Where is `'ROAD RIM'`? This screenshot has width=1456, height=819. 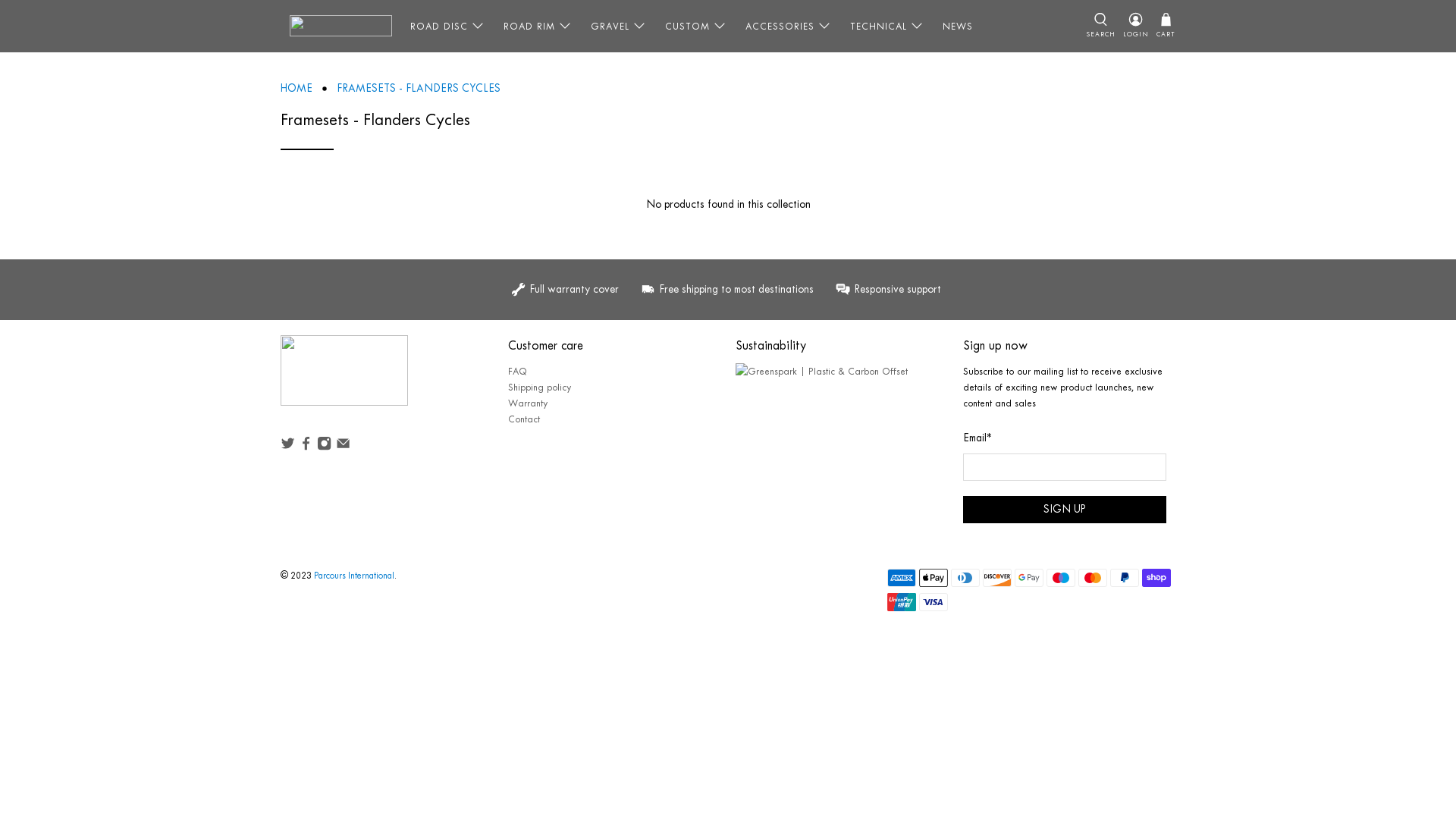
'ROAD RIM' is located at coordinates (538, 26).